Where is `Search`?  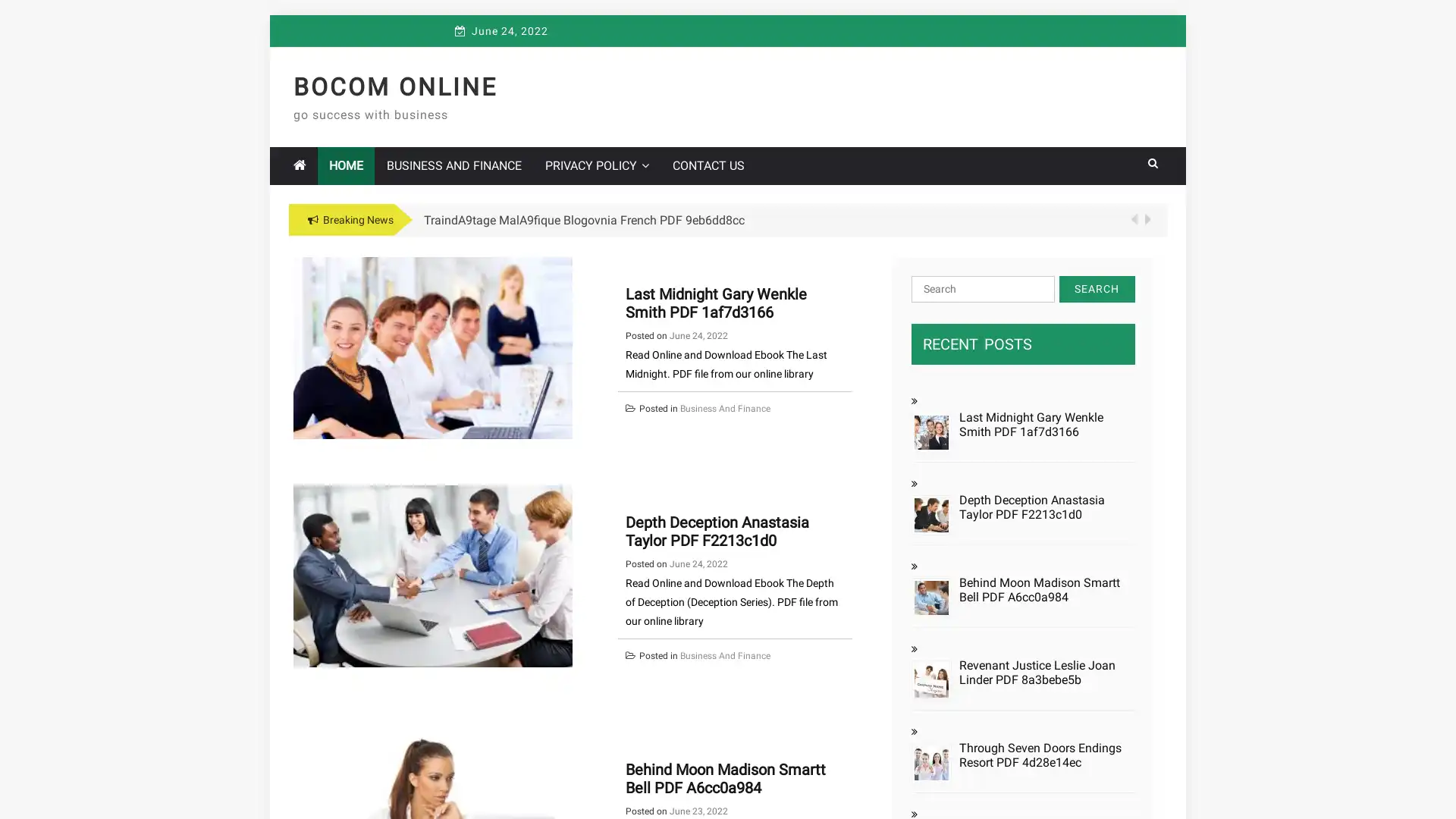 Search is located at coordinates (1096, 288).